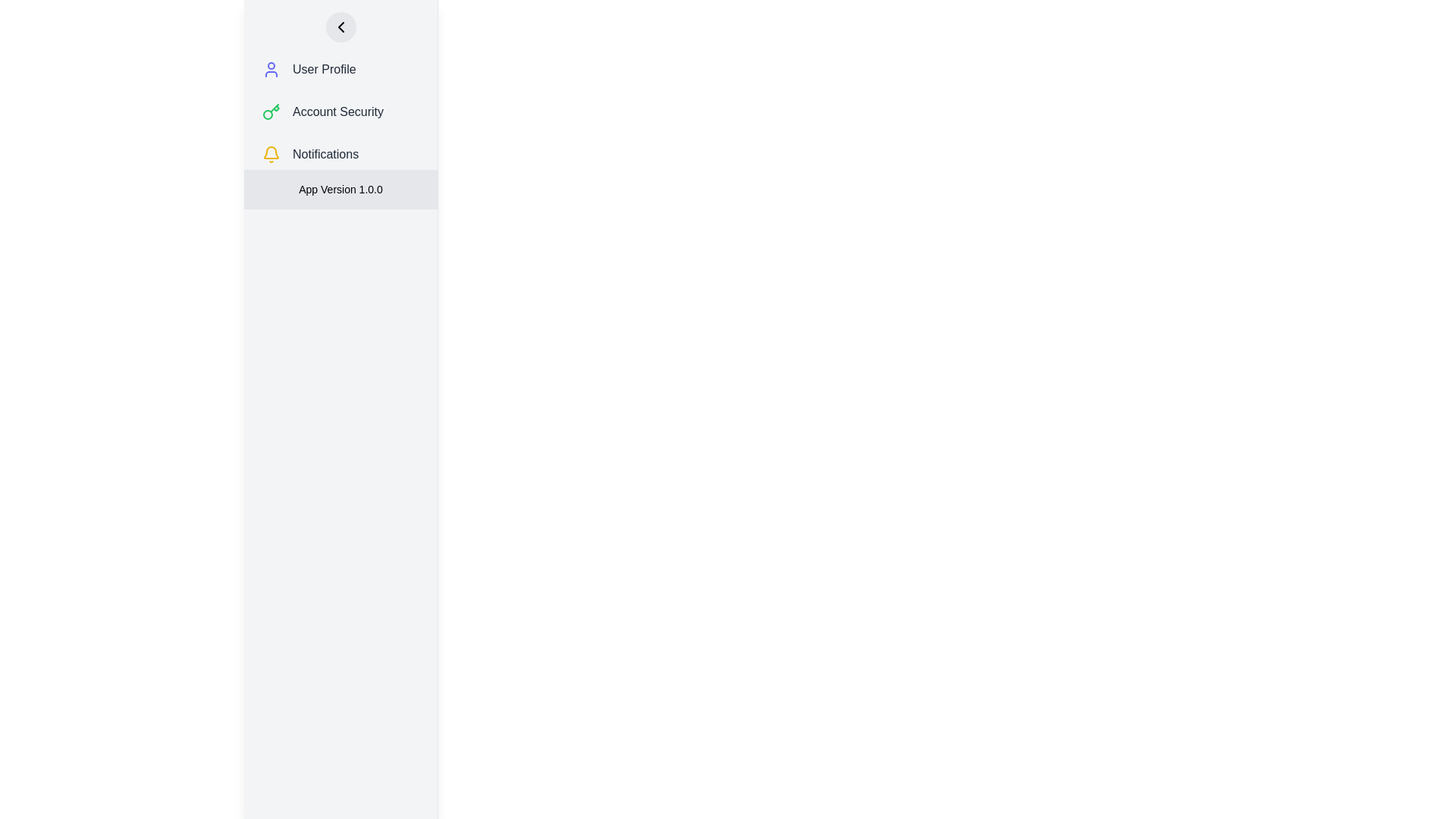  Describe the element at coordinates (340, 27) in the screenshot. I see `the navigation button located at the top-left corner of the vertical menu panel` at that location.